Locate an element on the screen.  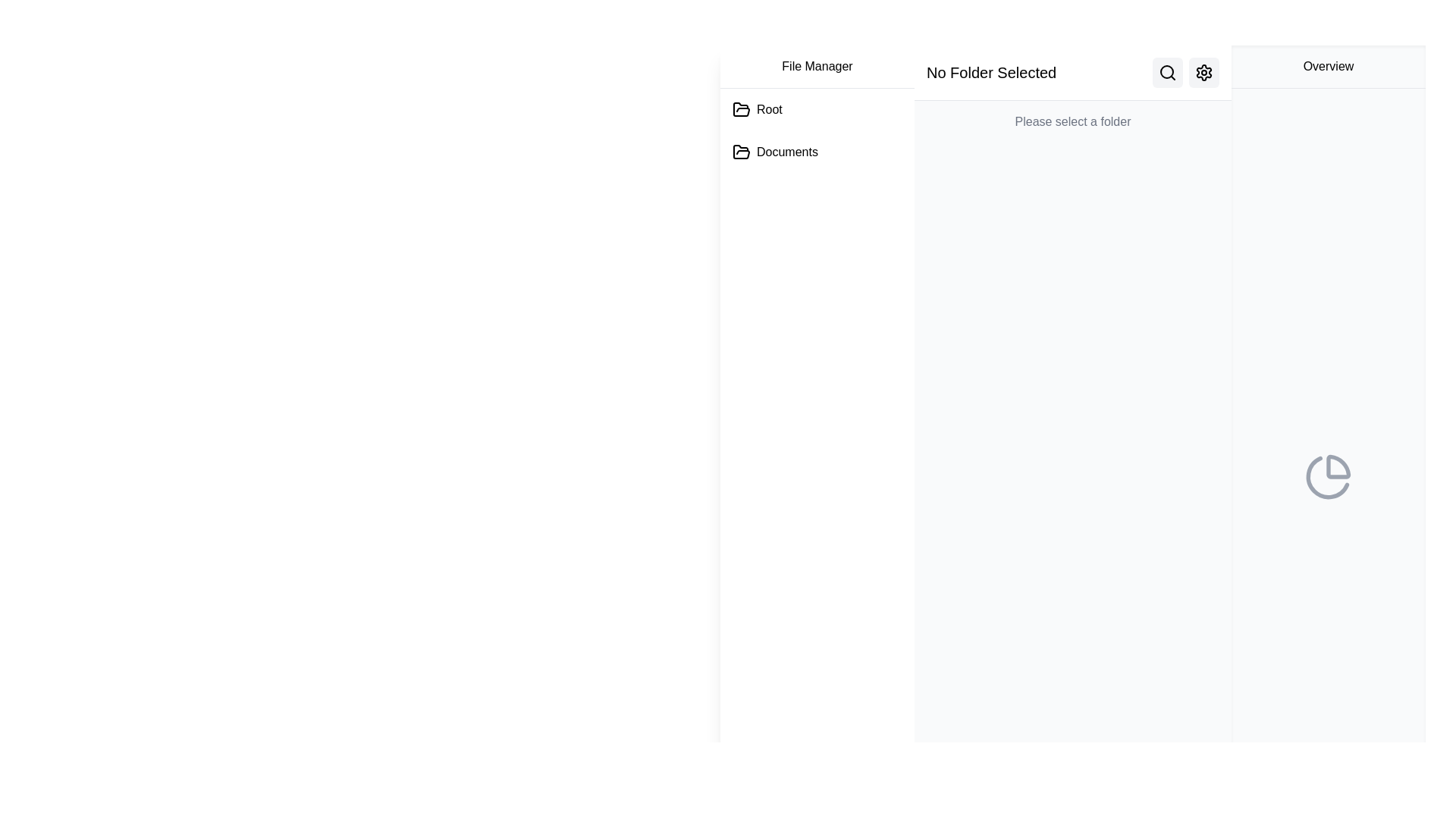
the folder-shaped icon located on the left navigation panel, positioned directly to the left of the 'Documents' text is located at coordinates (742, 152).